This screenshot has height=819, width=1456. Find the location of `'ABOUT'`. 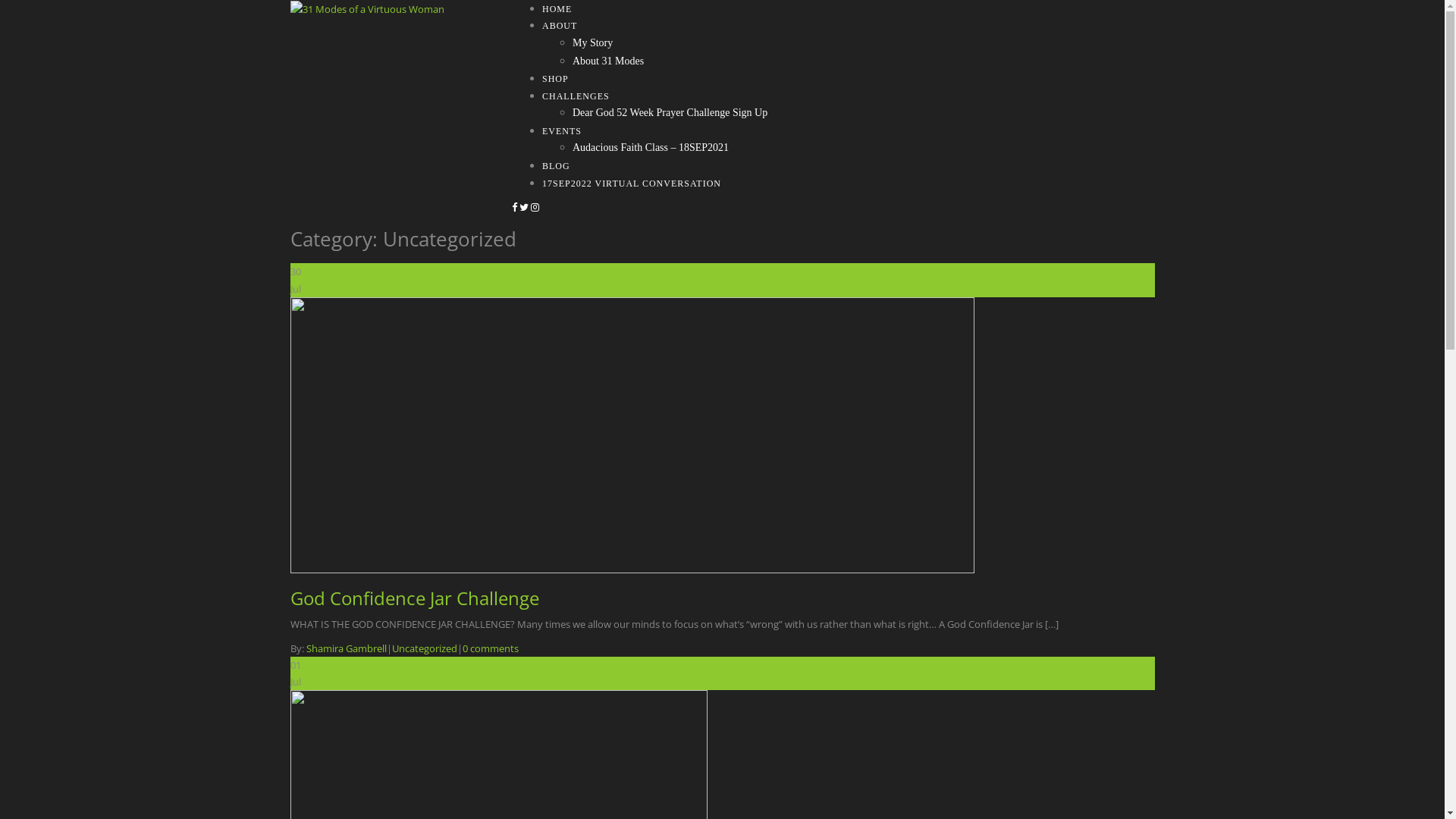

'ABOUT' is located at coordinates (559, 26).